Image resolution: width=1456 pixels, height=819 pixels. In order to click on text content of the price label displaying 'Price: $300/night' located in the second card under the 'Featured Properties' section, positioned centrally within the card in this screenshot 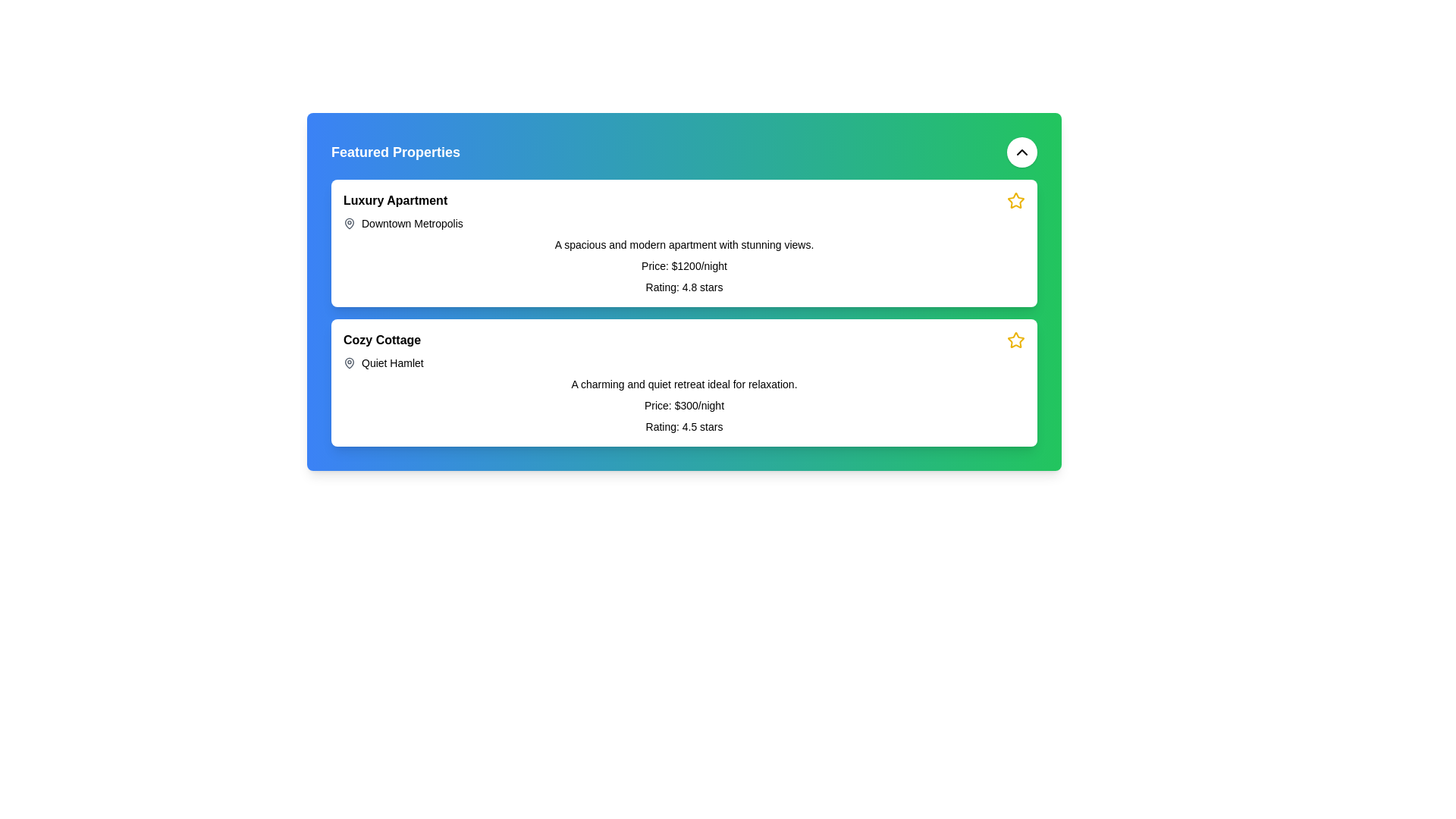, I will do `click(683, 405)`.